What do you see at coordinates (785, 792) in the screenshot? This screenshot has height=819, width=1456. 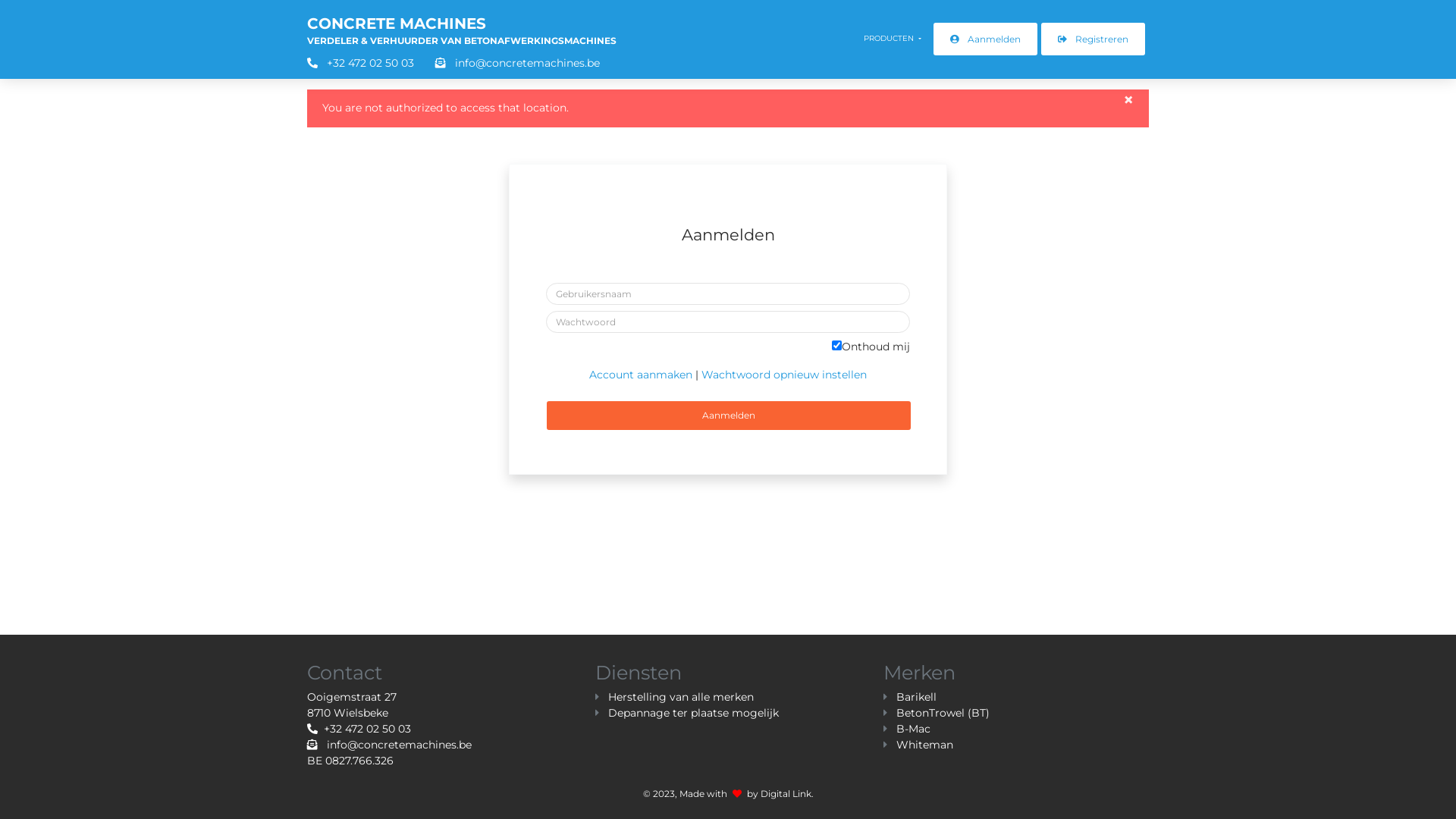 I see `'Digital Link'` at bounding box center [785, 792].